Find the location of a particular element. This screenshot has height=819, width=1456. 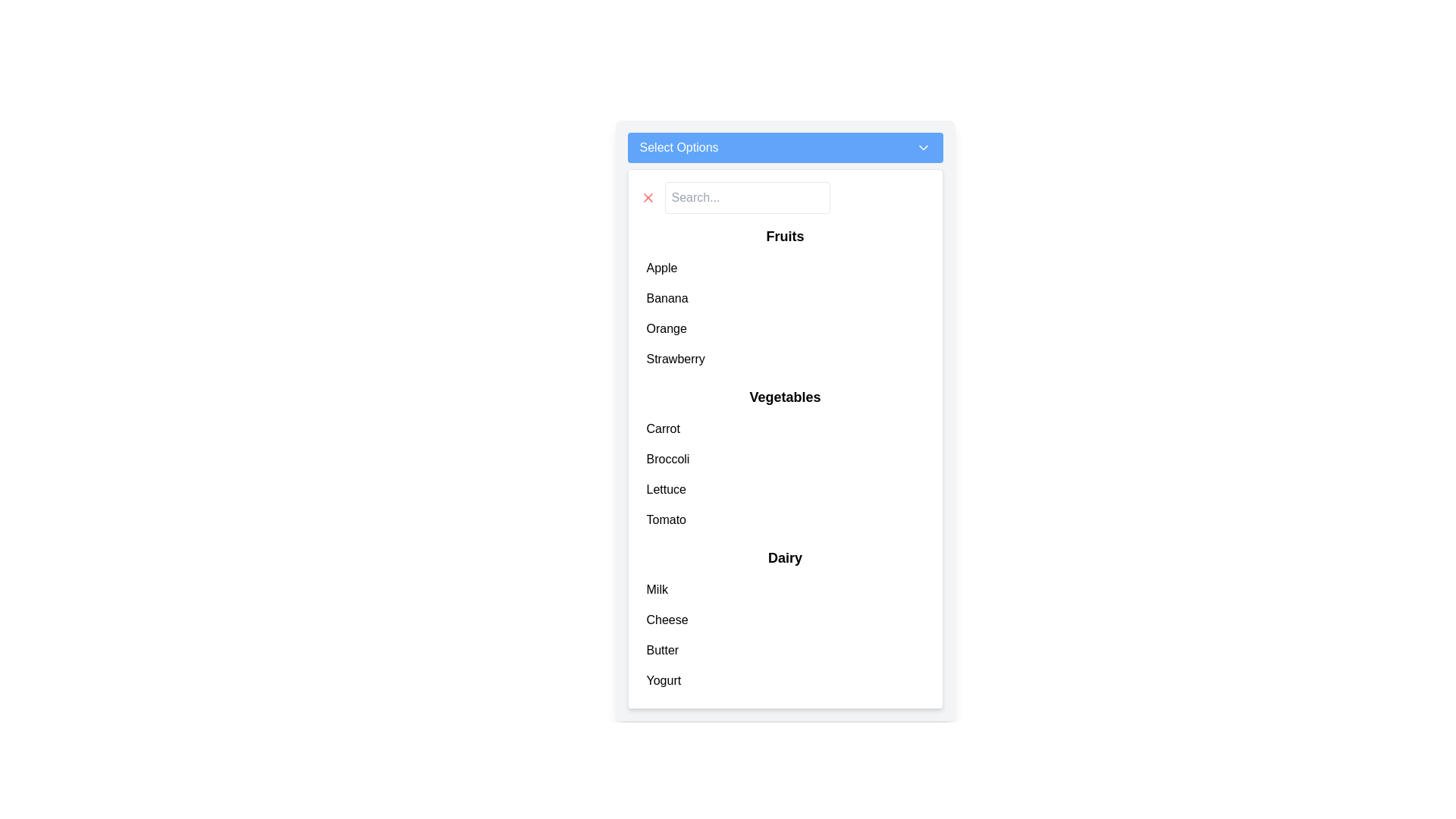

the label representing 'Tomato', which is the fourth item in the 'Vegetables' dropdown menu is located at coordinates (666, 519).